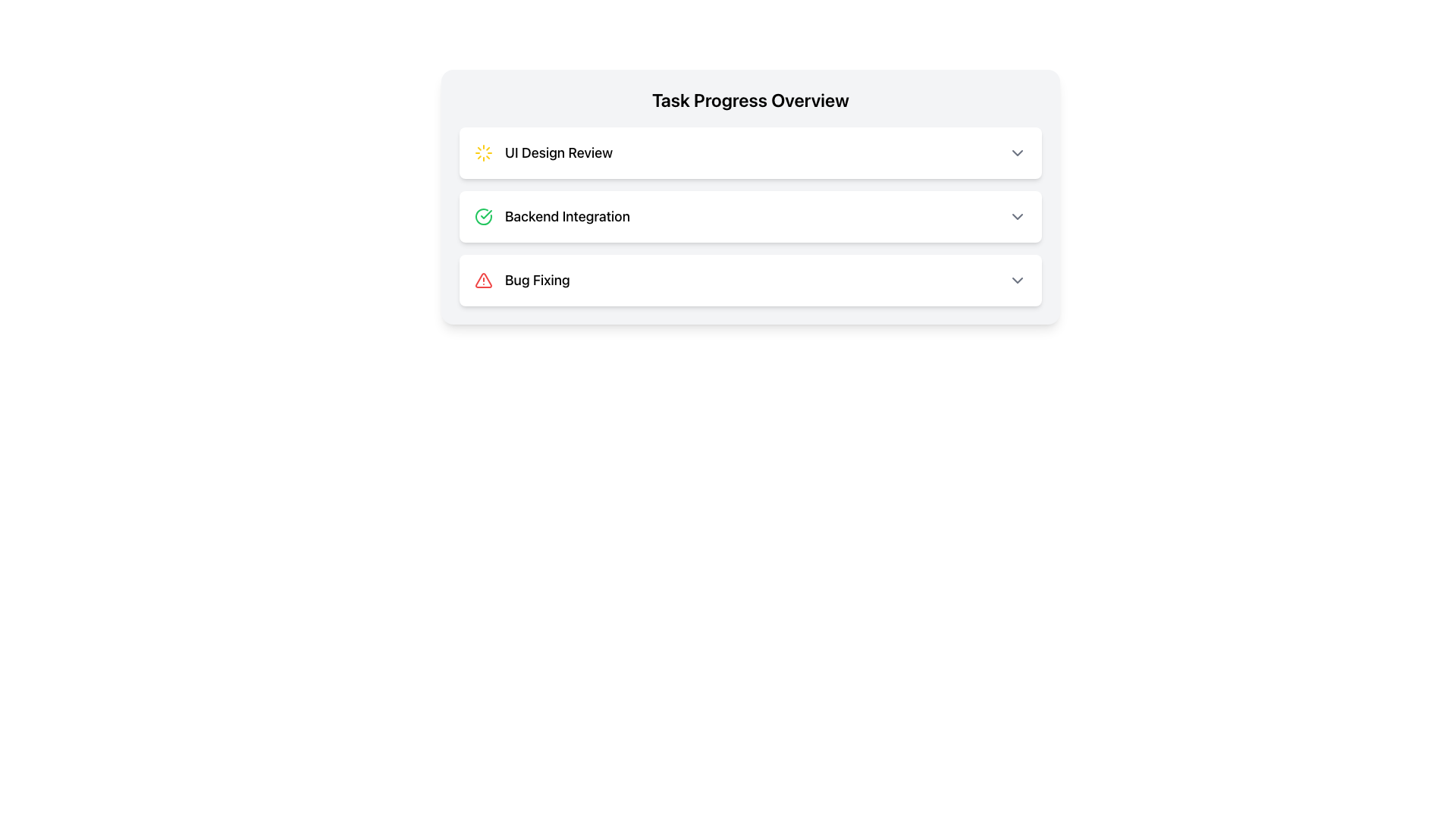 The width and height of the screenshot is (1456, 819). Describe the element at coordinates (566, 216) in the screenshot. I see `the text label 'Backend Integration', which is the second item in a vertical list, positioned between 'UI Design Review' and 'Bug Fixing'` at that location.